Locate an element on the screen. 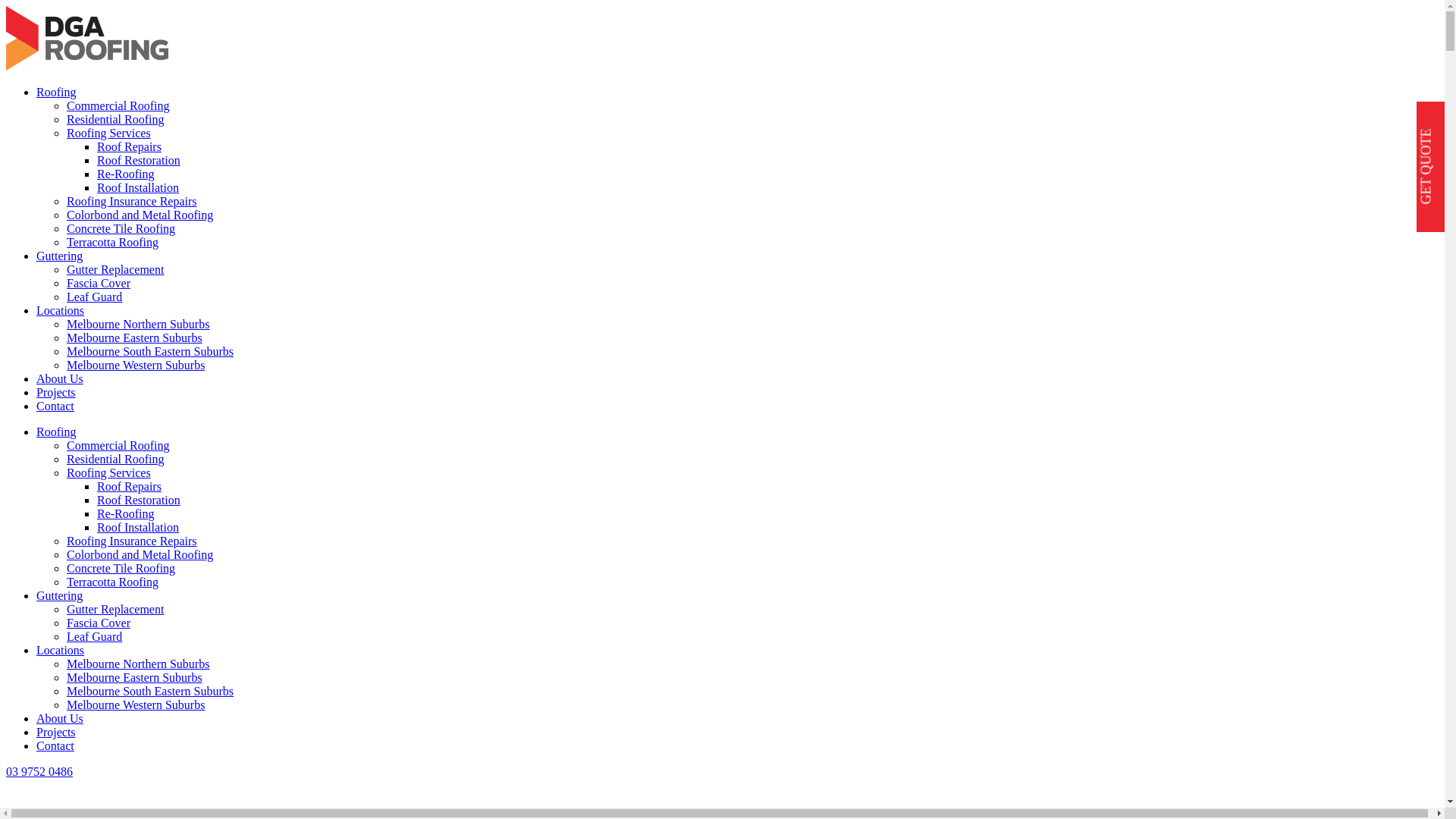 This screenshot has height=819, width=1456. 'Guttering' is located at coordinates (59, 595).